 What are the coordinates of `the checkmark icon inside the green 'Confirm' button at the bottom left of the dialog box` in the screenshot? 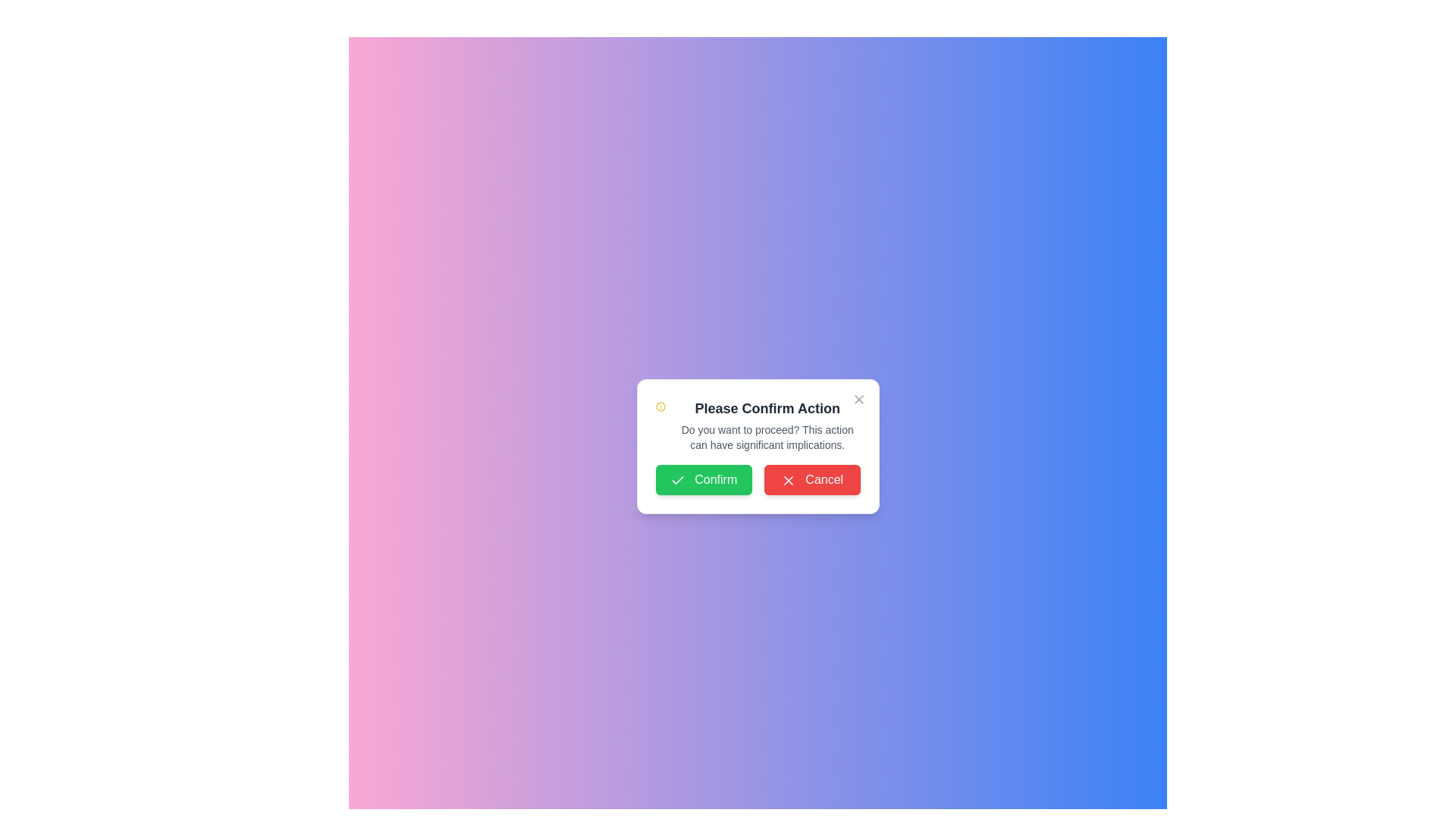 It's located at (676, 480).